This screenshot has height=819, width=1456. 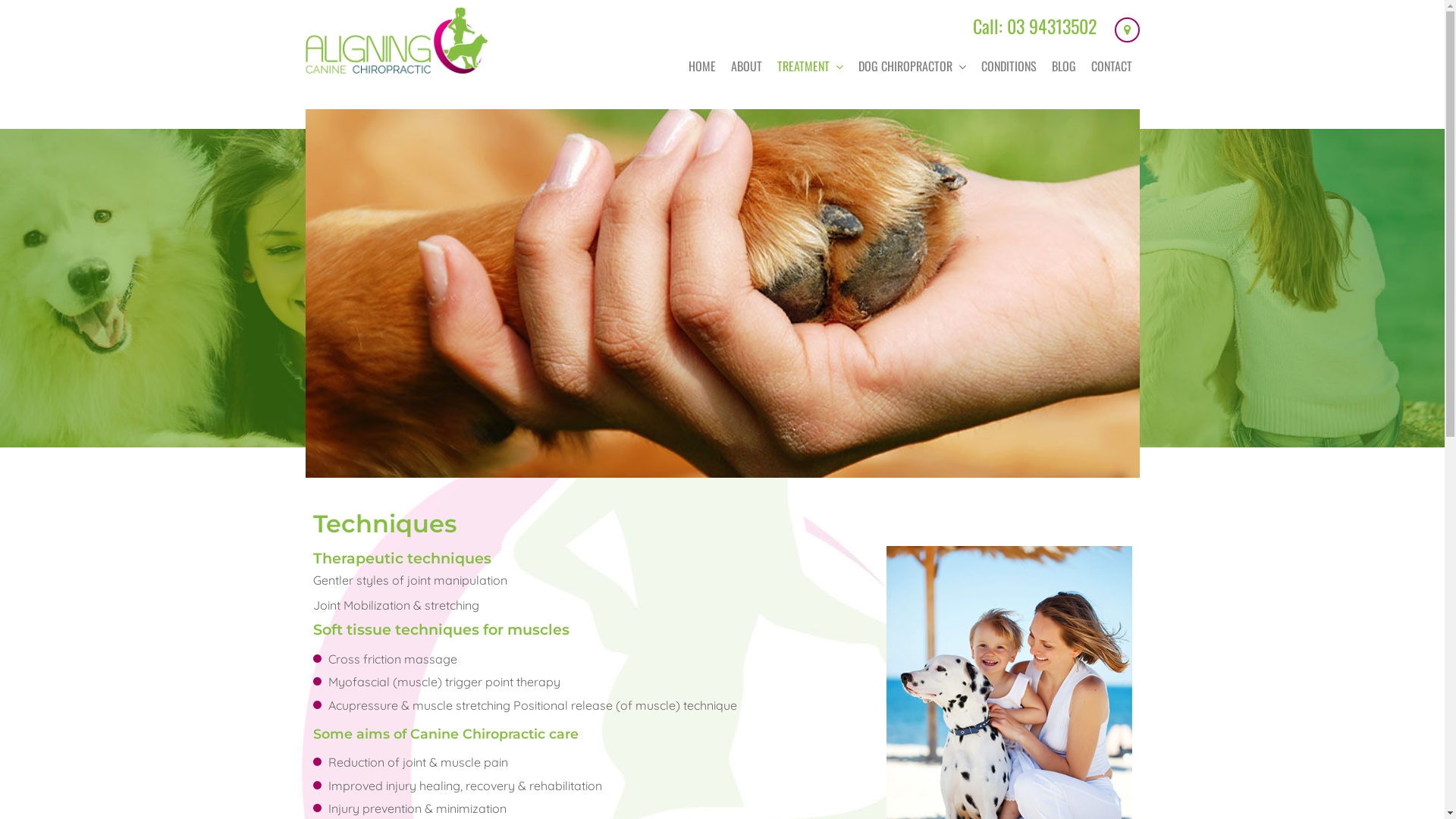 What do you see at coordinates (768, 65) in the screenshot?
I see `'TREATMENT'` at bounding box center [768, 65].